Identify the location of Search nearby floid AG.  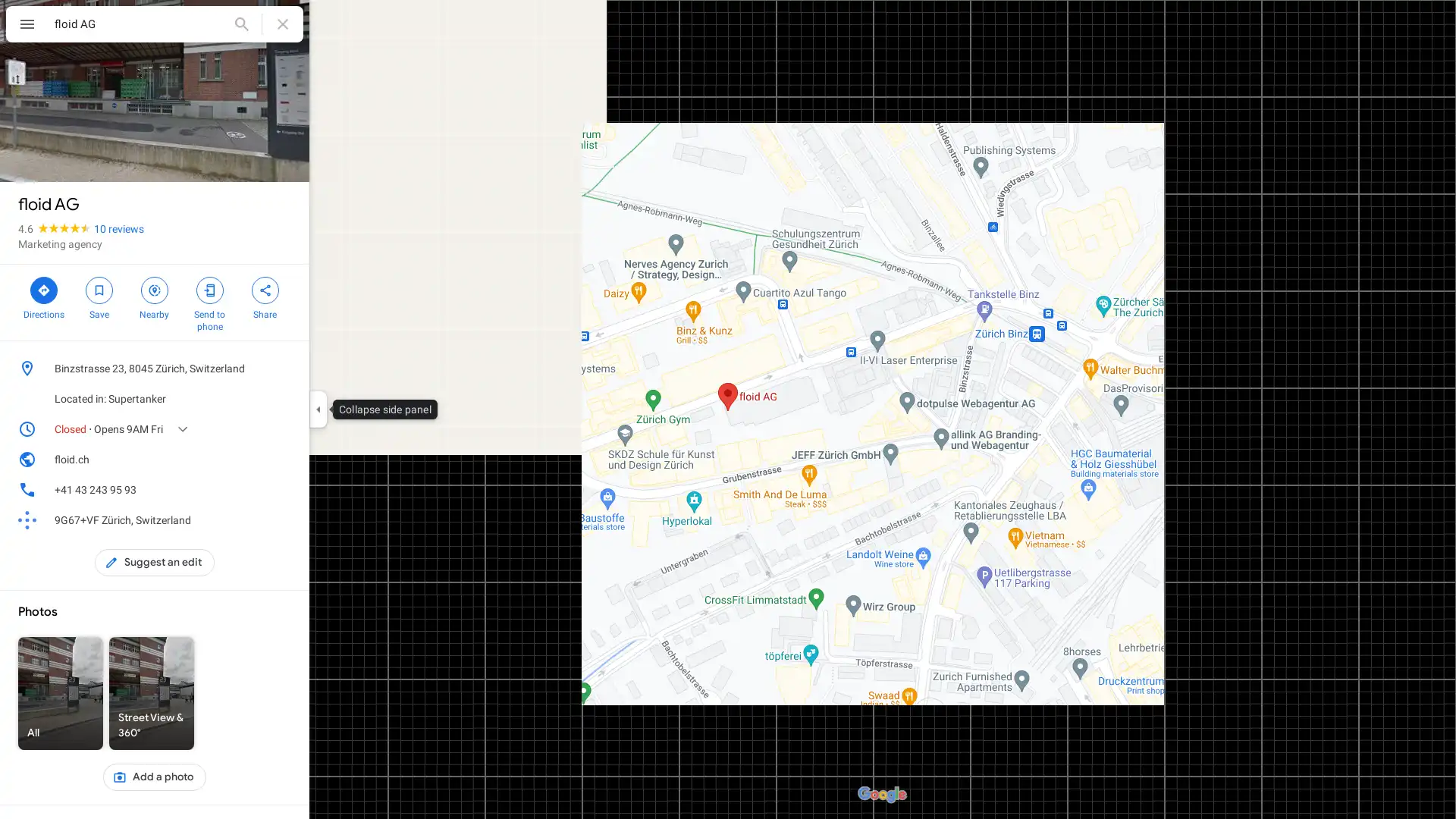
(154, 296).